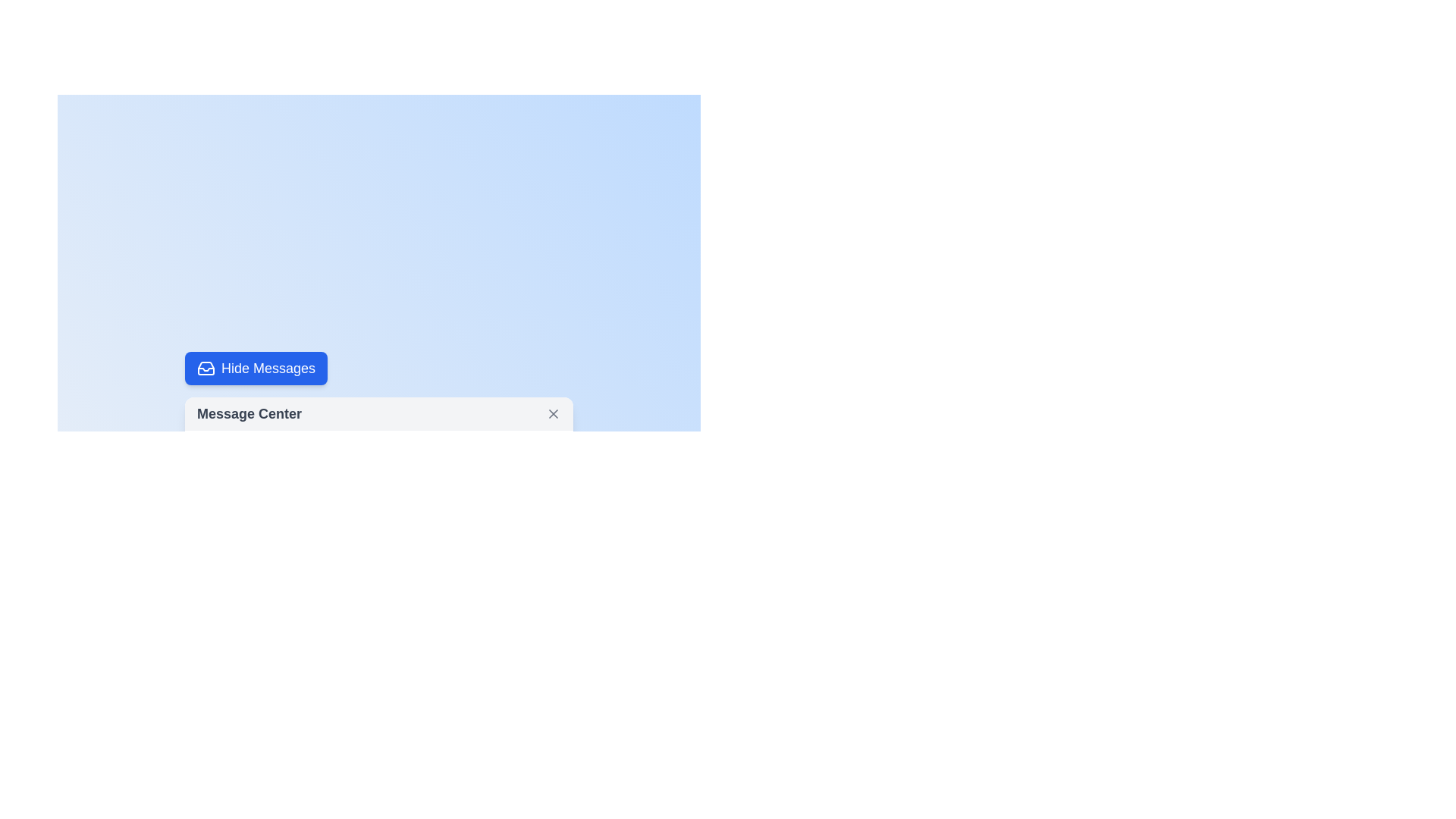  What do you see at coordinates (206, 369) in the screenshot?
I see `the inbox icon, which is a small icon resembling an inbox with a clean outline on a blue background, located inside the 'Hide Messages' button` at bounding box center [206, 369].